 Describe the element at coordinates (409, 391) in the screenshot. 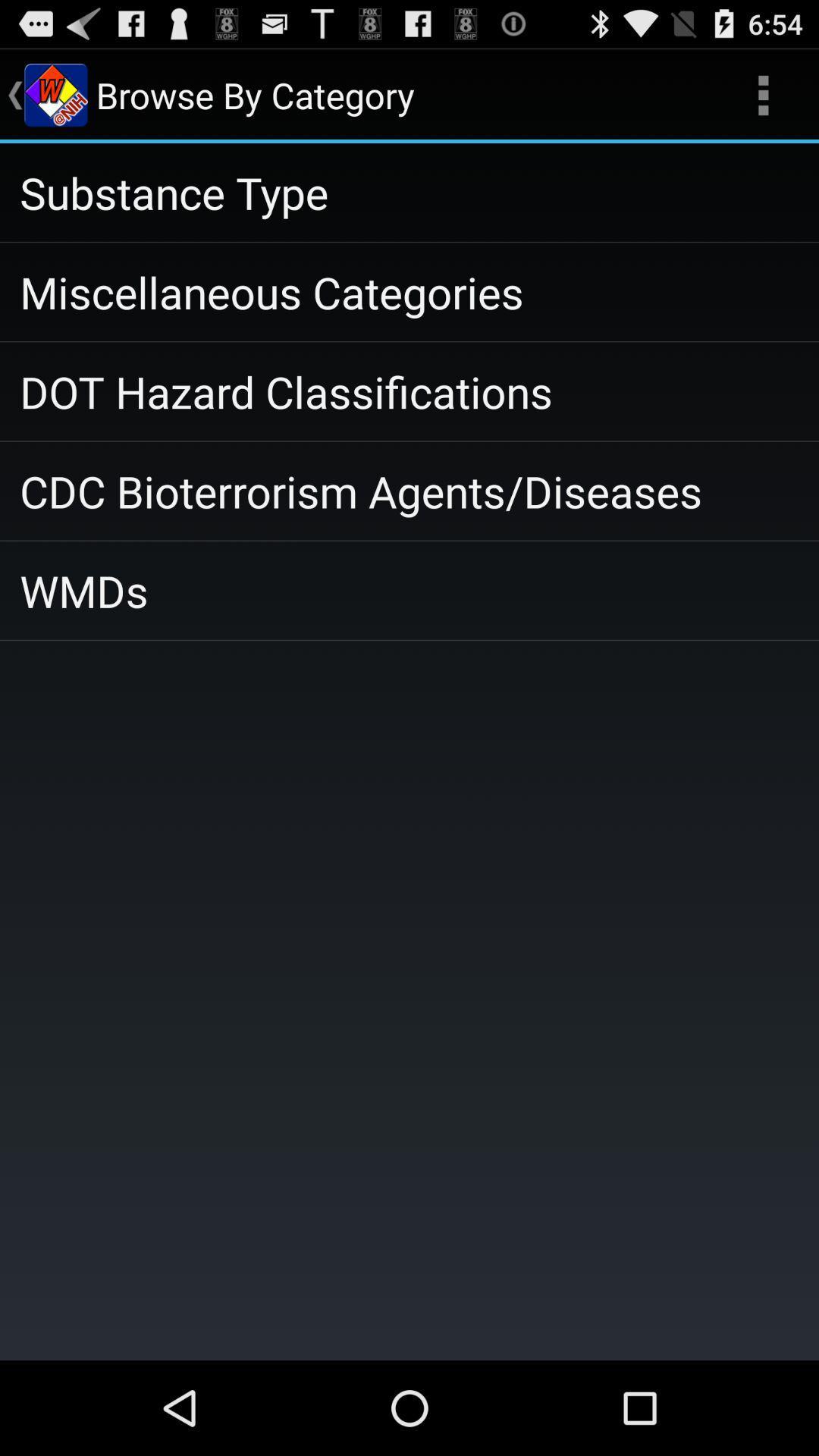

I see `the dot hazard classifications app` at that location.